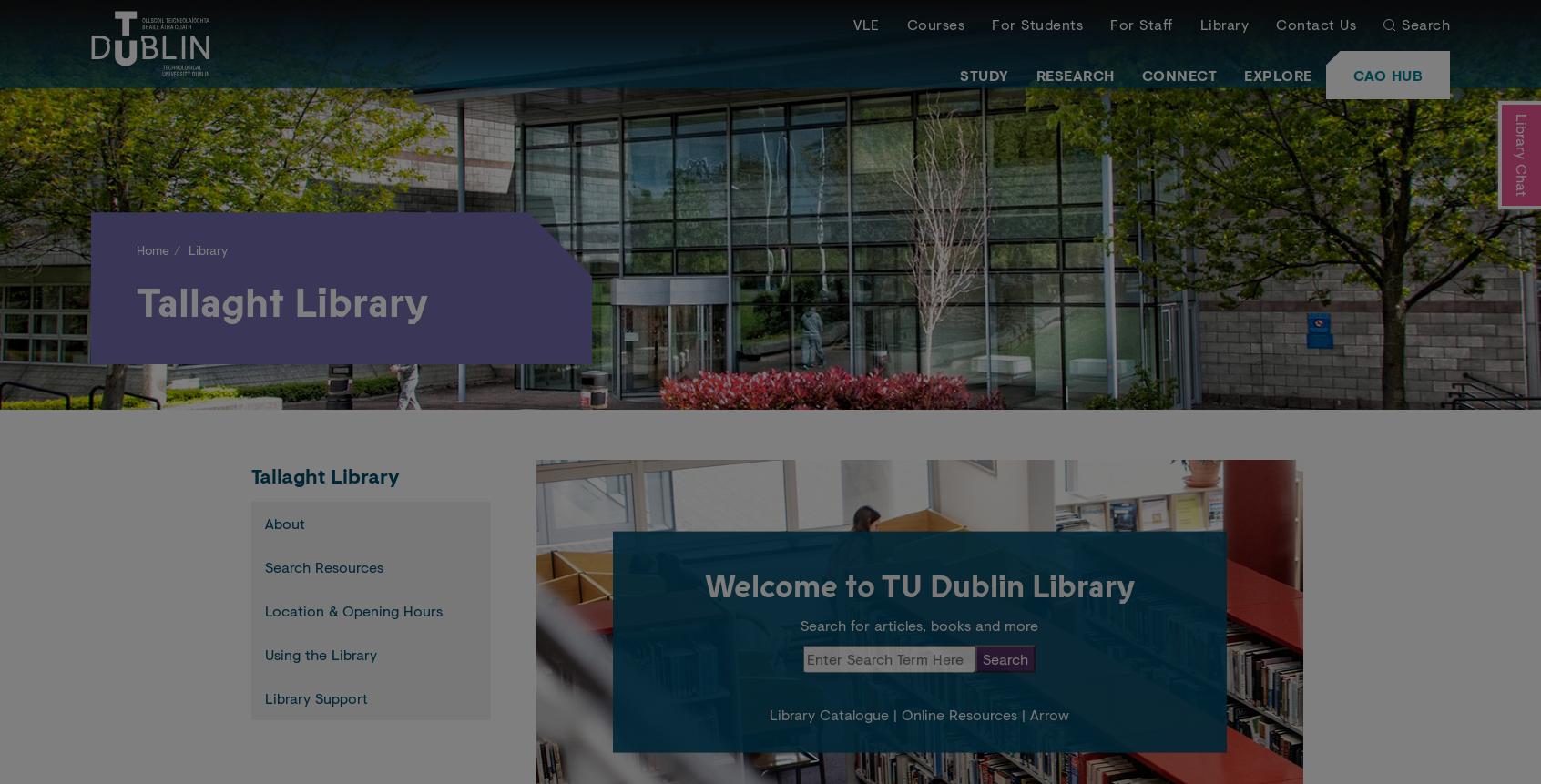 The width and height of the screenshot is (1541, 784). I want to click on 'Library Support', so click(315, 697).